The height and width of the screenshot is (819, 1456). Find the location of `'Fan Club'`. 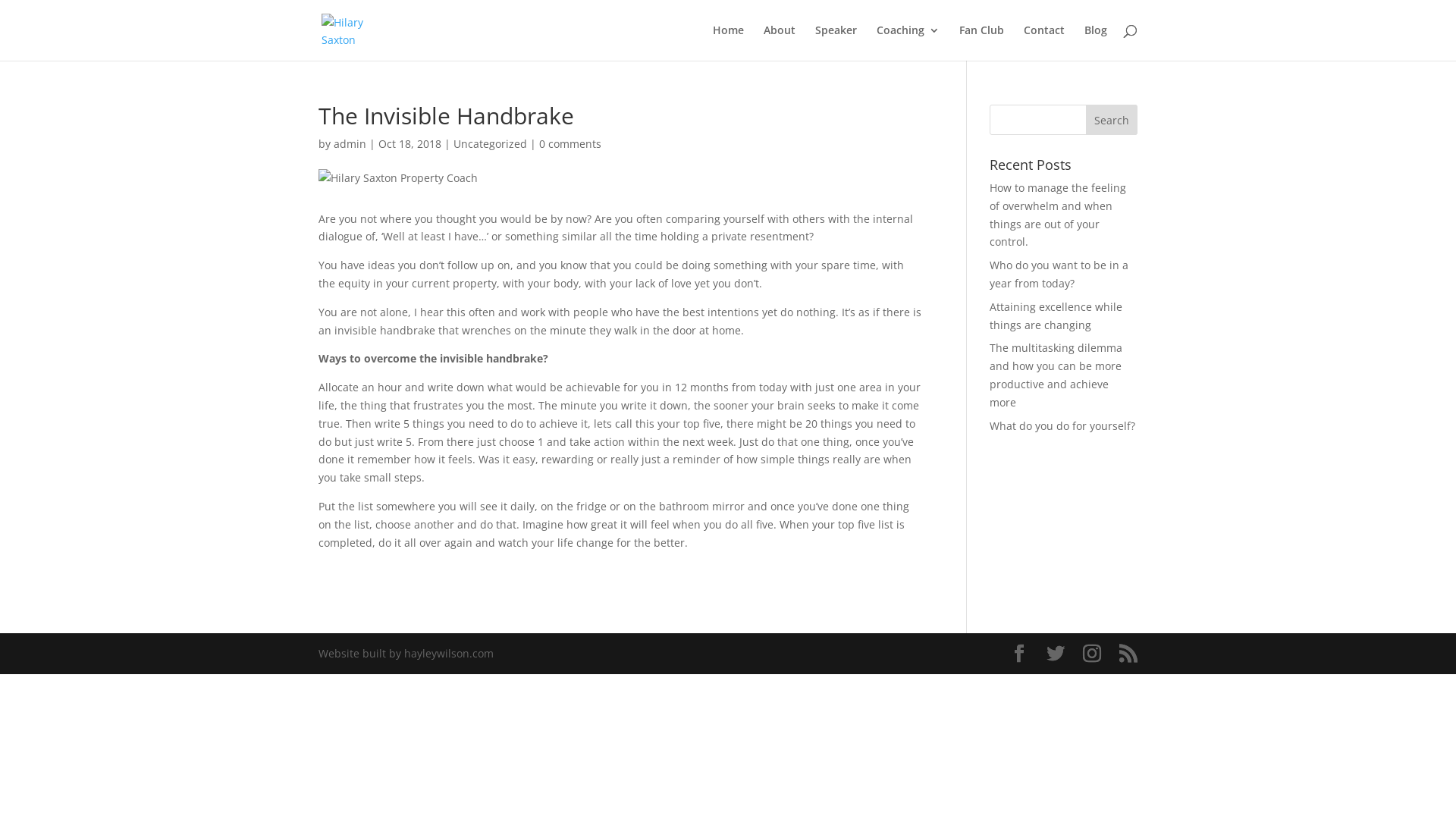

'Fan Club' is located at coordinates (981, 42).